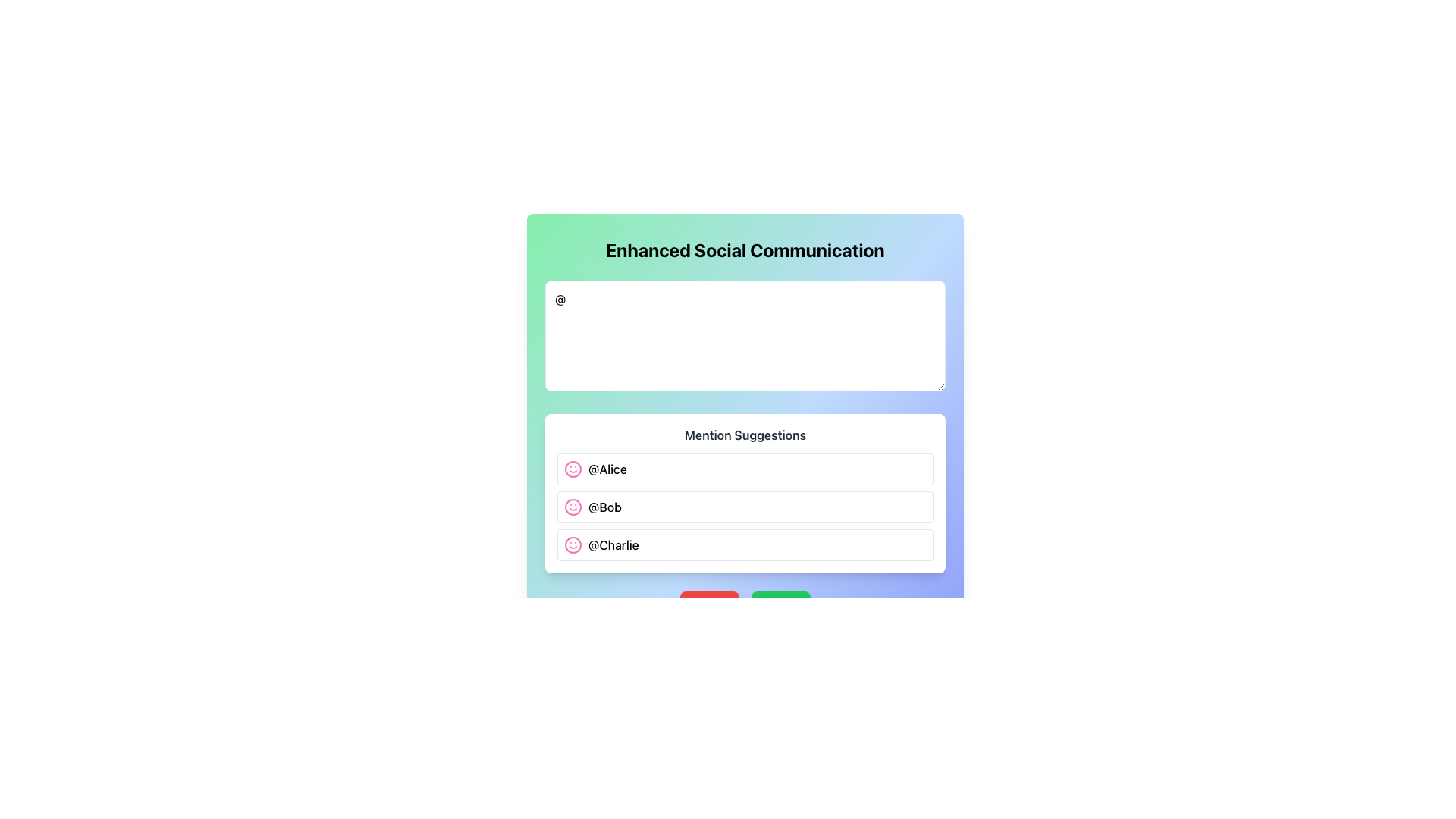 The image size is (1456, 819). Describe the element at coordinates (572, 507) in the screenshot. I see `circular icon element that forms the base of the smiley face icon, located to the left of the text '@Bob' in the mention suggestions list` at that location.